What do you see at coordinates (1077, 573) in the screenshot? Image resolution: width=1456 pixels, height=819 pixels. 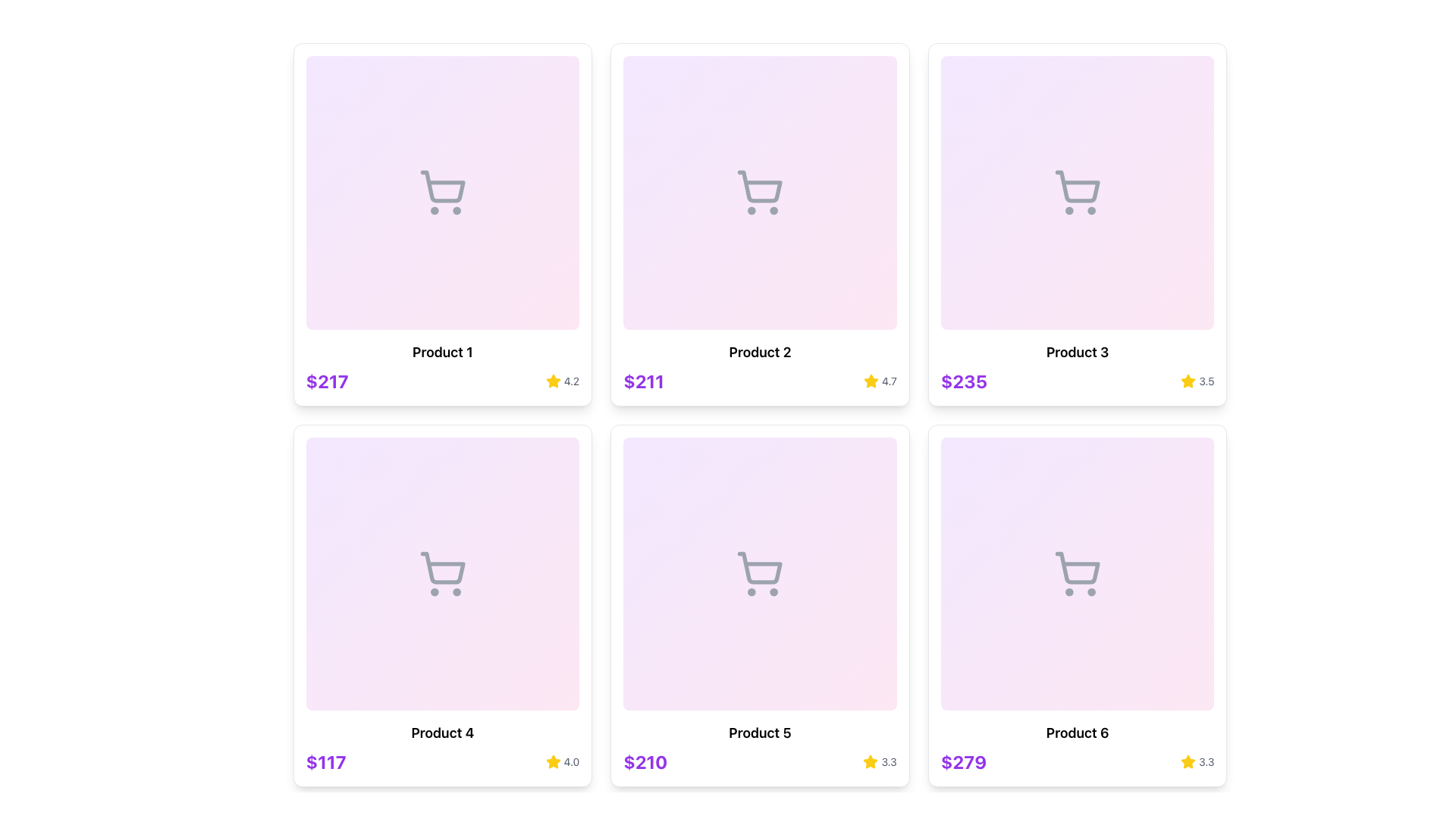 I see `the shopping cart icon located in the sixth product card` at bounding box center [1077, 573].